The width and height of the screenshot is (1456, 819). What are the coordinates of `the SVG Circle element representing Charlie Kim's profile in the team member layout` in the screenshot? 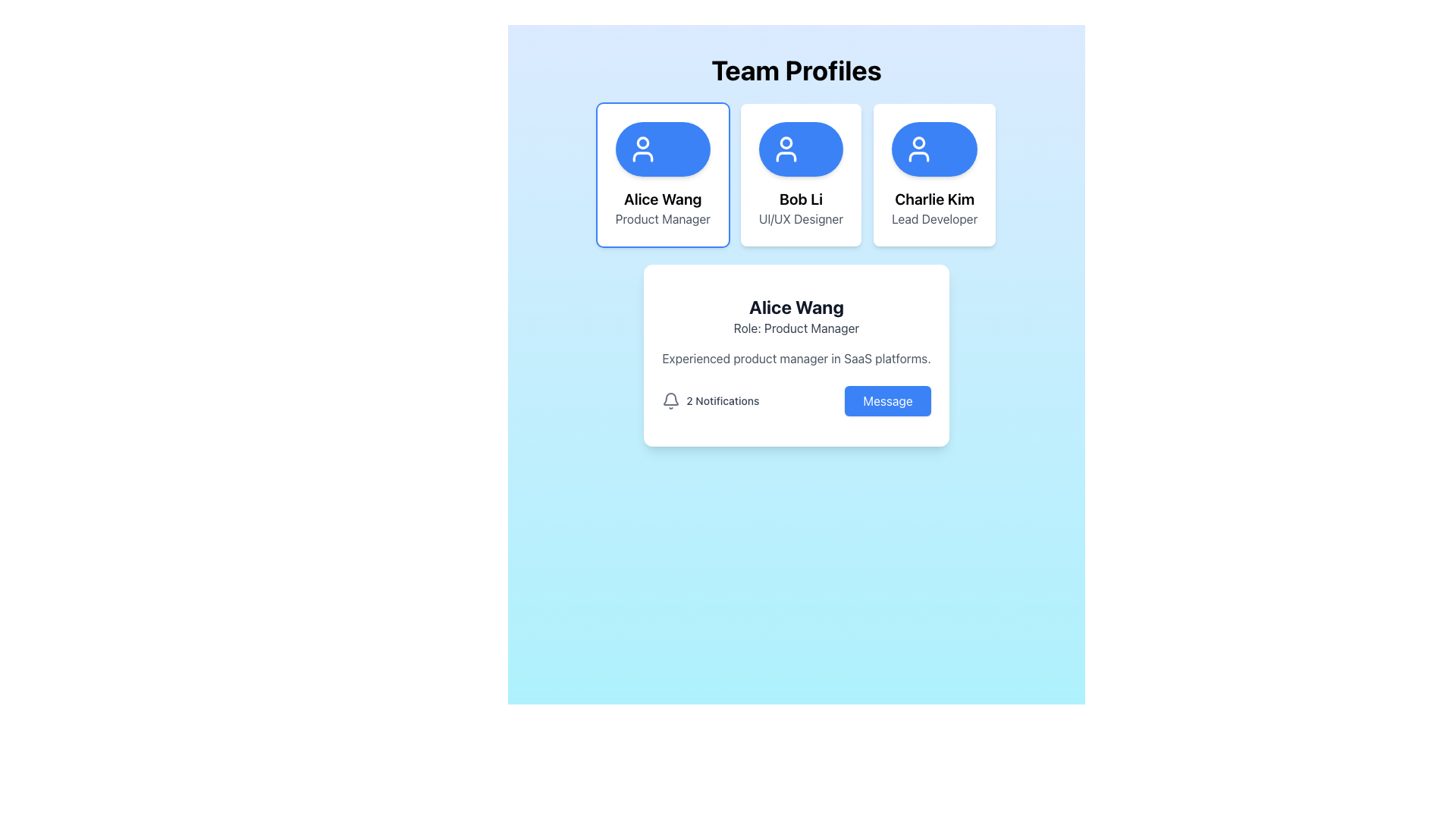 It's located at (918, 143).